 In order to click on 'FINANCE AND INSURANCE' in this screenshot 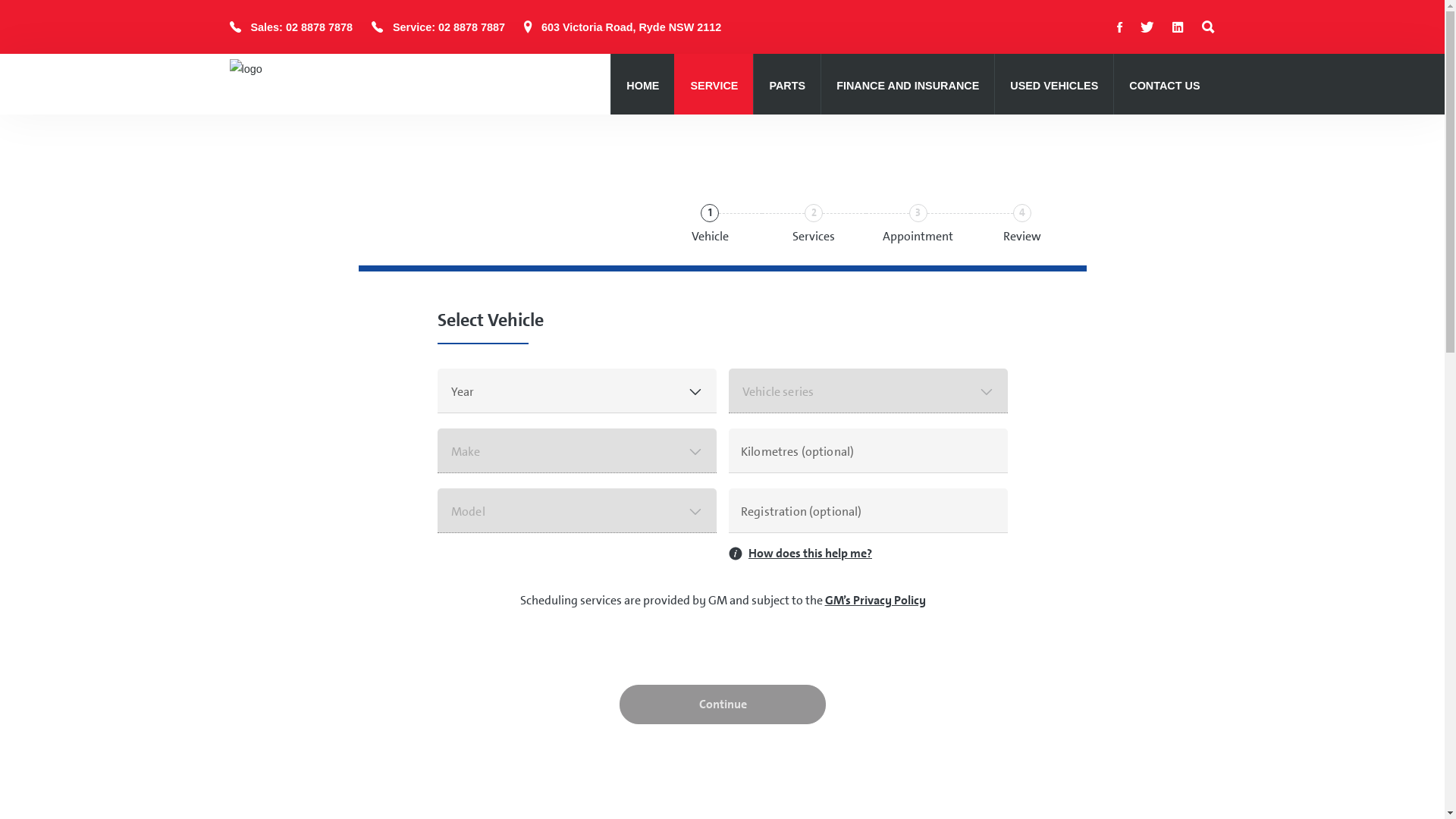, I will do `click(907, 86)`.